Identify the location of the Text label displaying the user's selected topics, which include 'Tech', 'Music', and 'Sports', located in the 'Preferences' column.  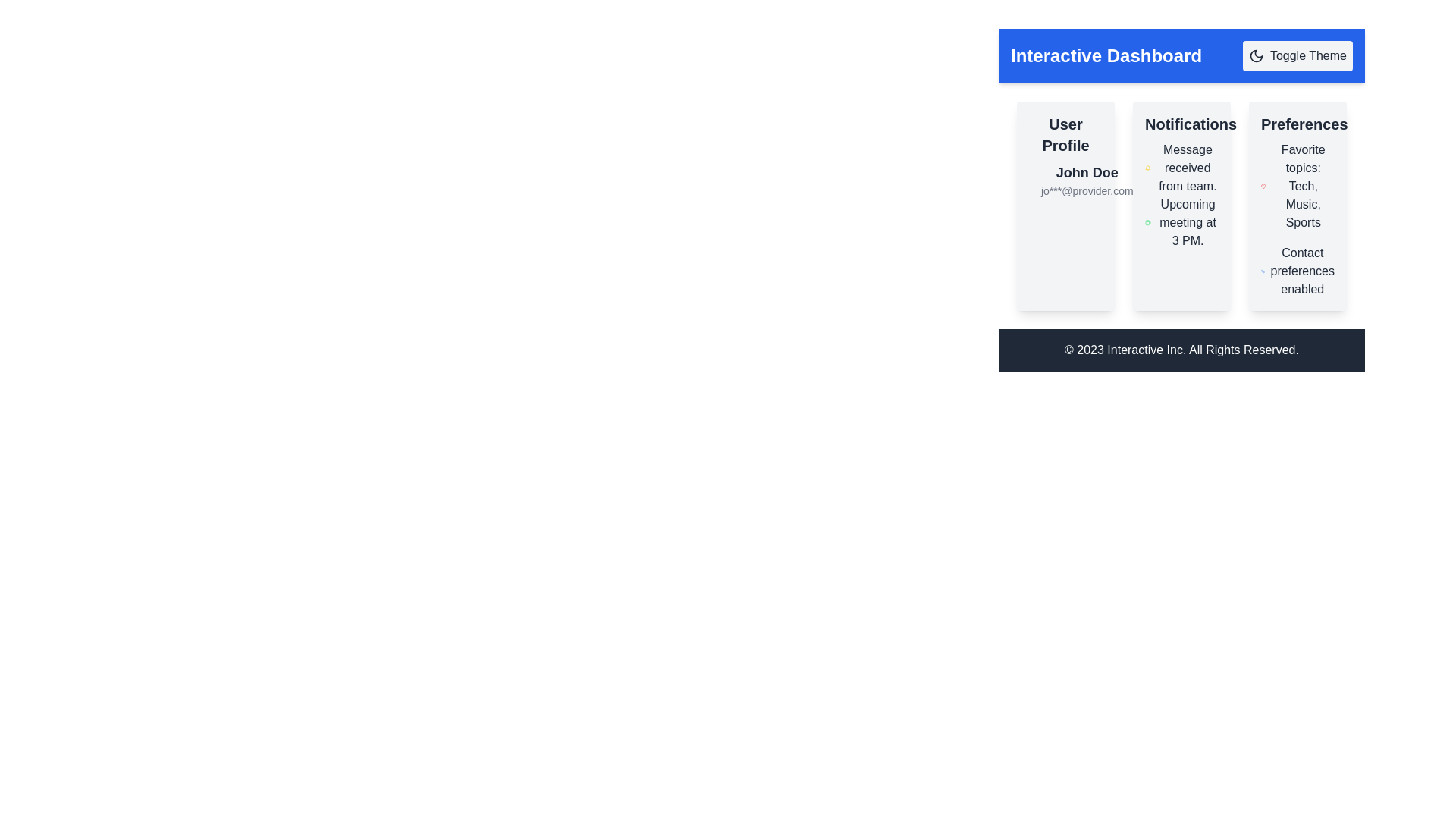
(1297, 186).